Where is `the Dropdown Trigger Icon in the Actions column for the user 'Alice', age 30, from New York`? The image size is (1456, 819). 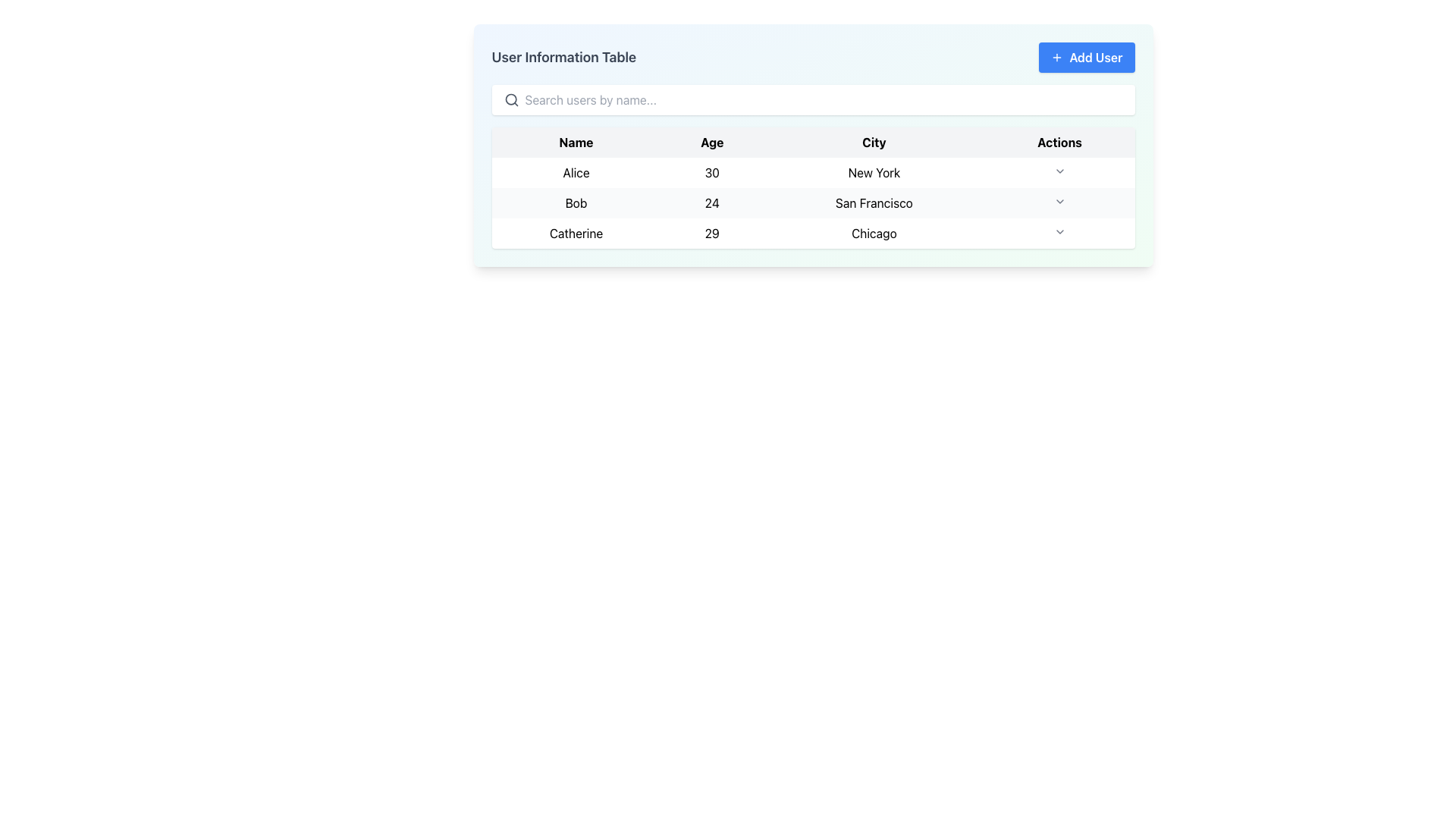
the Dropdown Trigger Icon in the Actions column for the user 'Alice', age 30, from New York is located at coordinates (1059, 171).